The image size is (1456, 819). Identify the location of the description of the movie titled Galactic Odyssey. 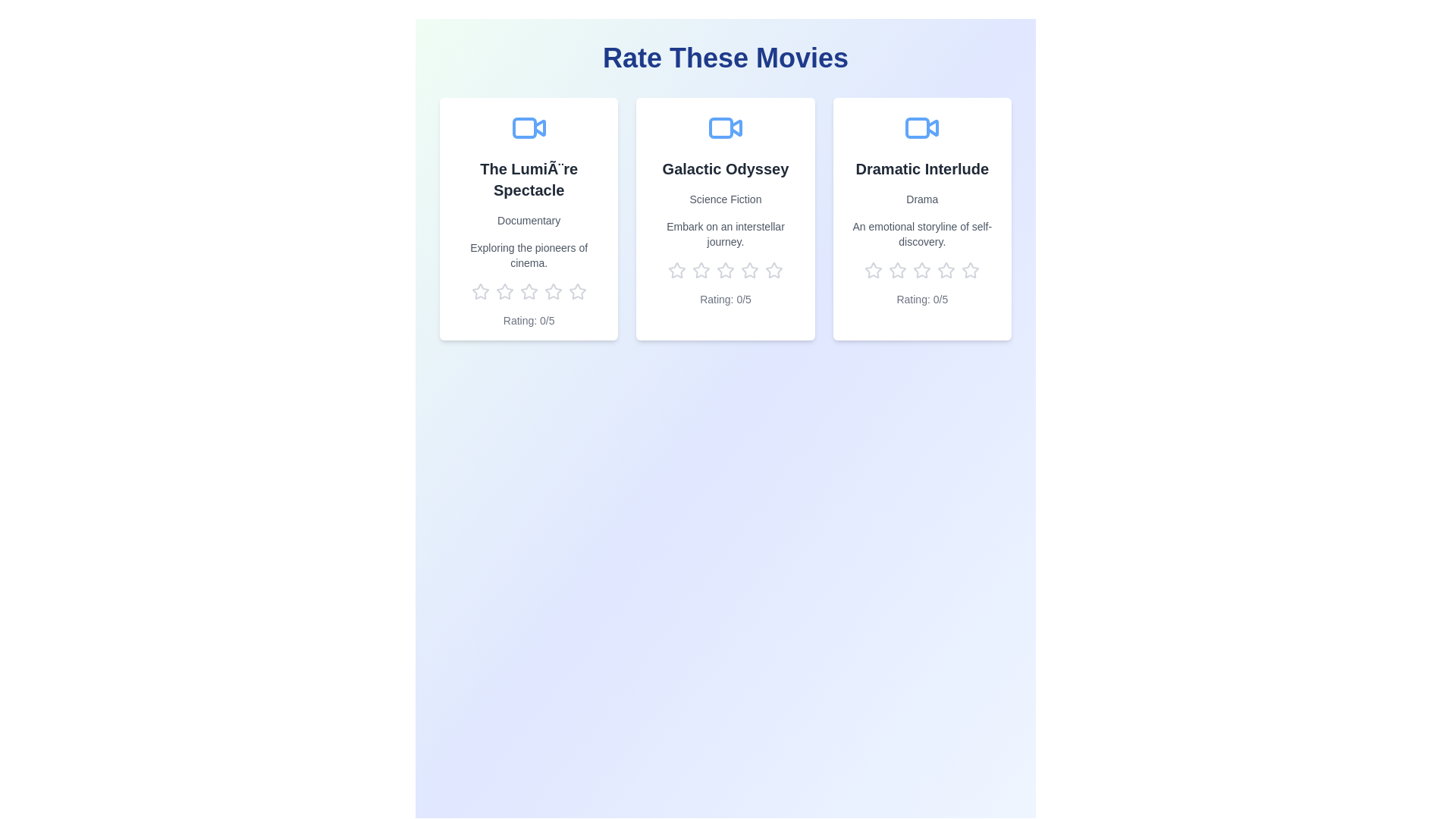
(723, 234).